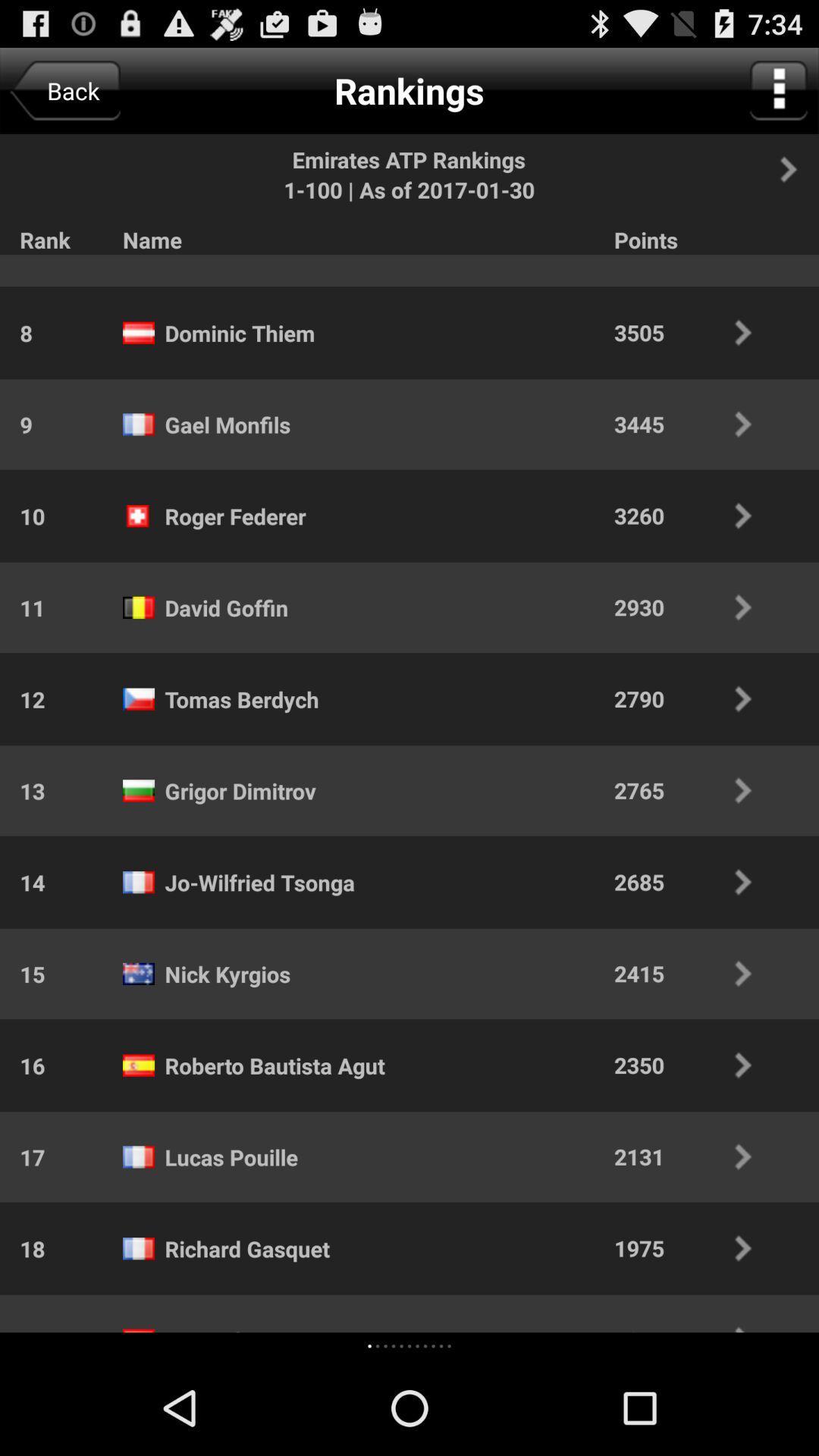  I want to click on app below name item, so click(218, 256).